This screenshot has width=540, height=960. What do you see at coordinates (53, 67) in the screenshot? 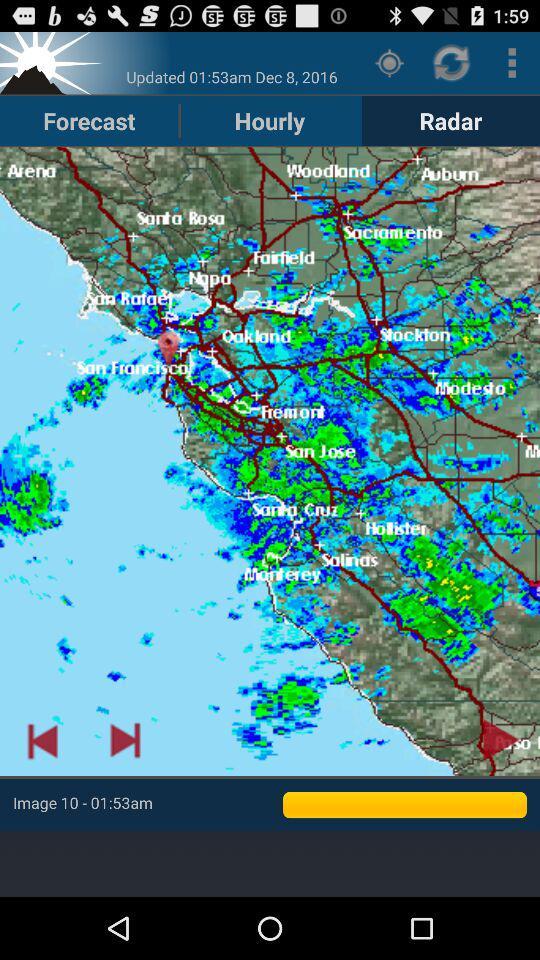
I see `the close icon` at bounding box center [53, 67].